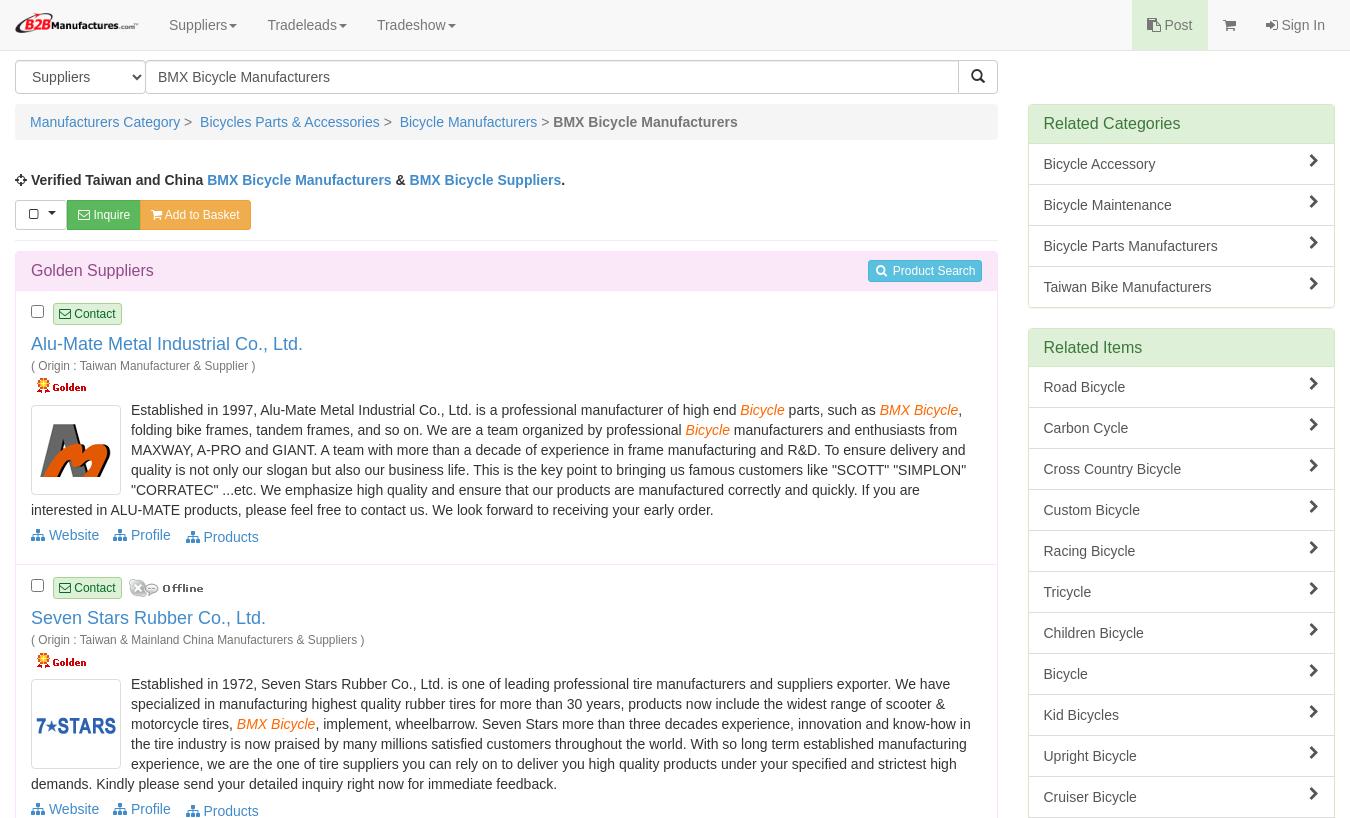 The width and height of the screenshot is (1350, 818). I want to click on 'Seven Stars Rubber Co., Ltd.', so click(148, 617).